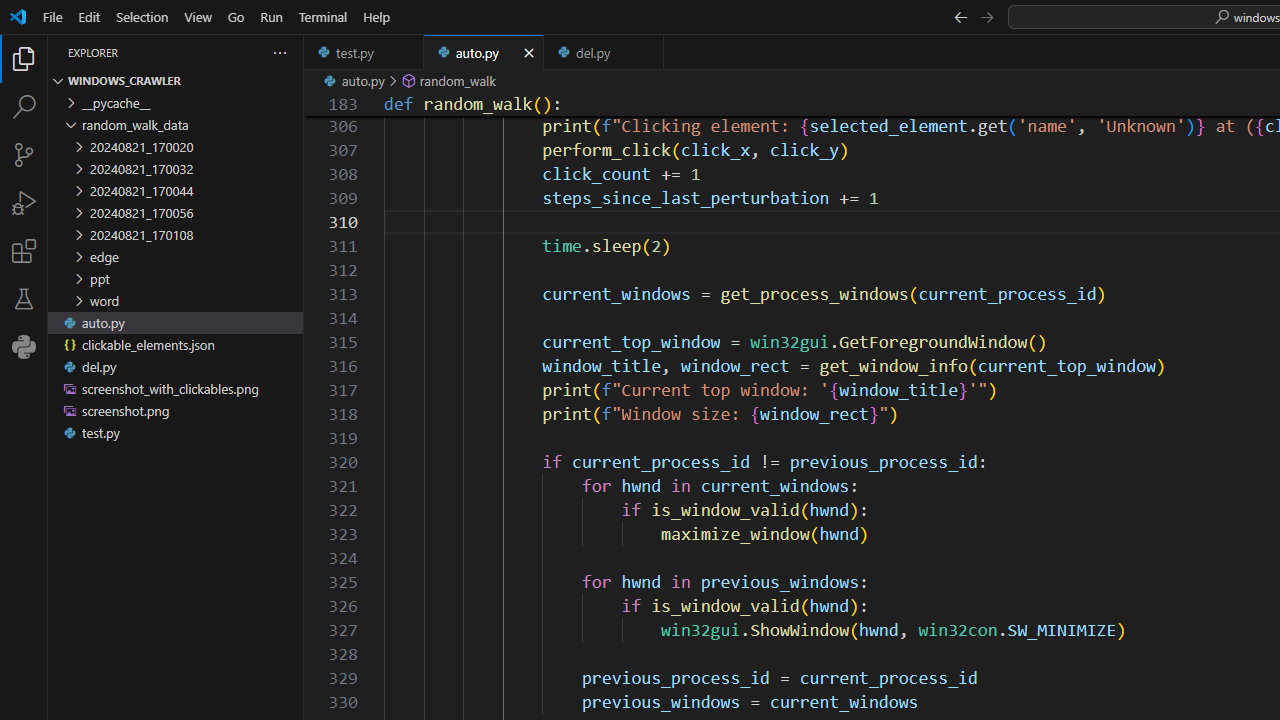  Describe the element at coordinates (24, 249) in the screenshot. I see `'Extensions (Ctrl+Shift+X)'` at that location.